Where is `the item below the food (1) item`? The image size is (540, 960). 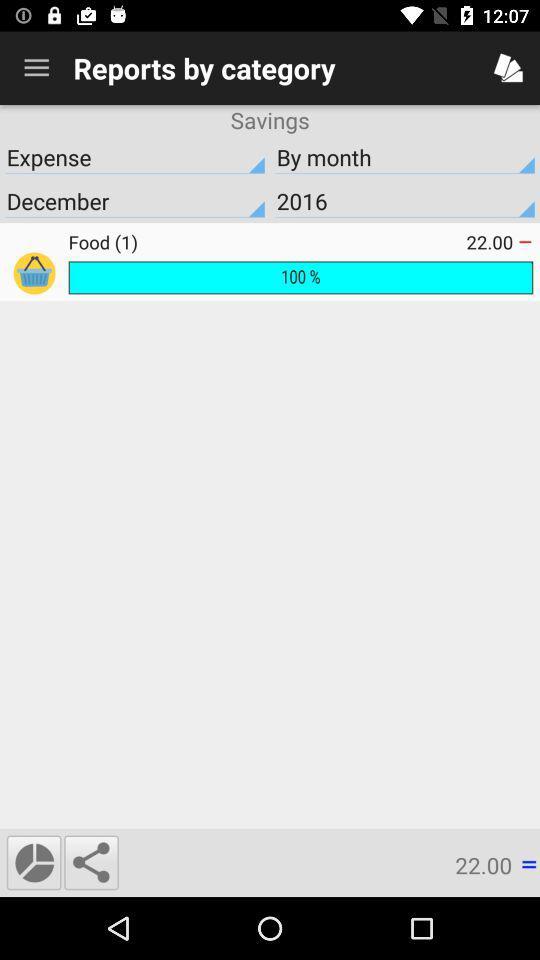 the item below the food (1) item is located at coordinates (299, 276).